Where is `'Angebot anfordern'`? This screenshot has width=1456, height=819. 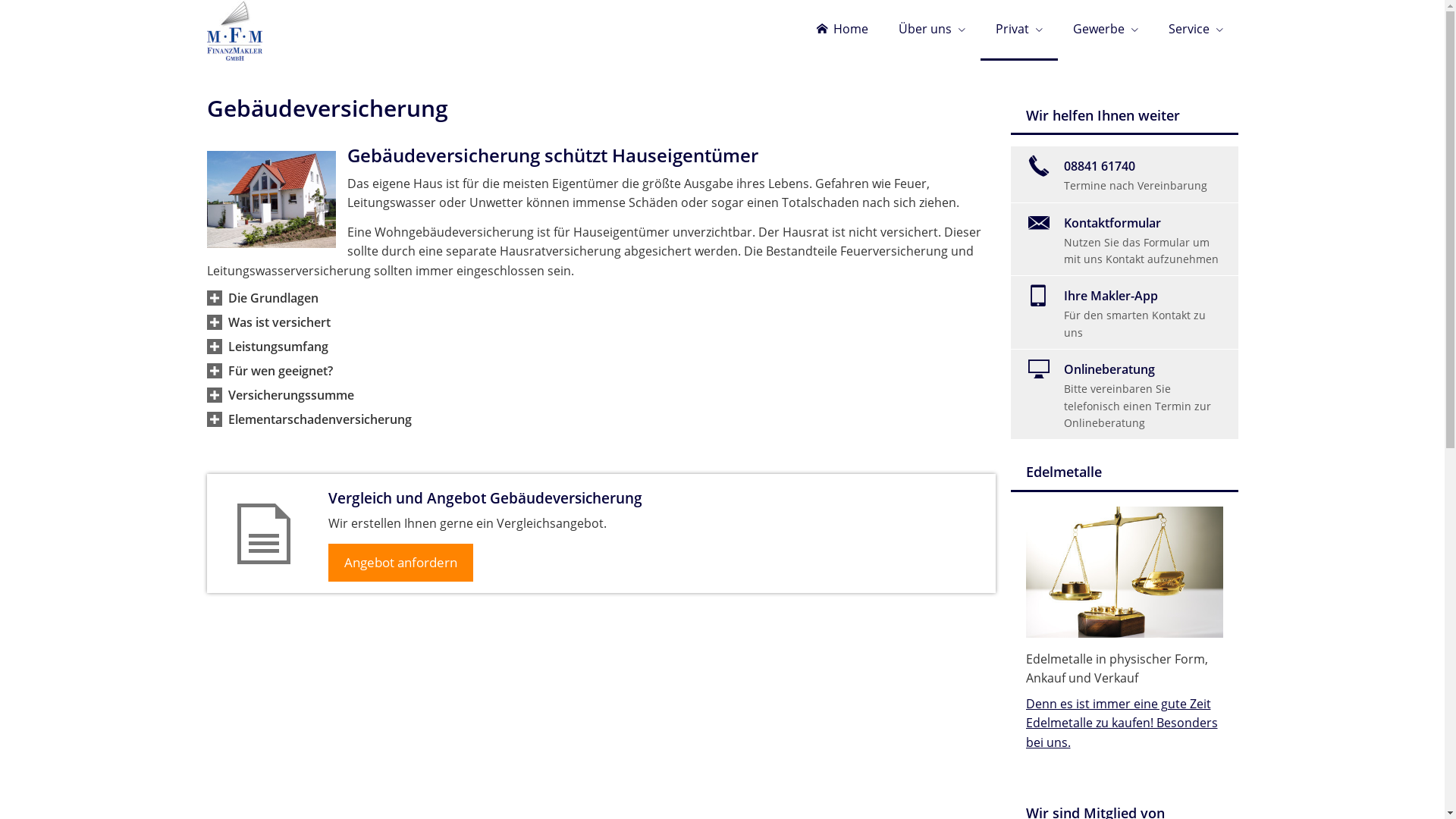 'Angebot anfordern' is located at coordinates (400, 562).